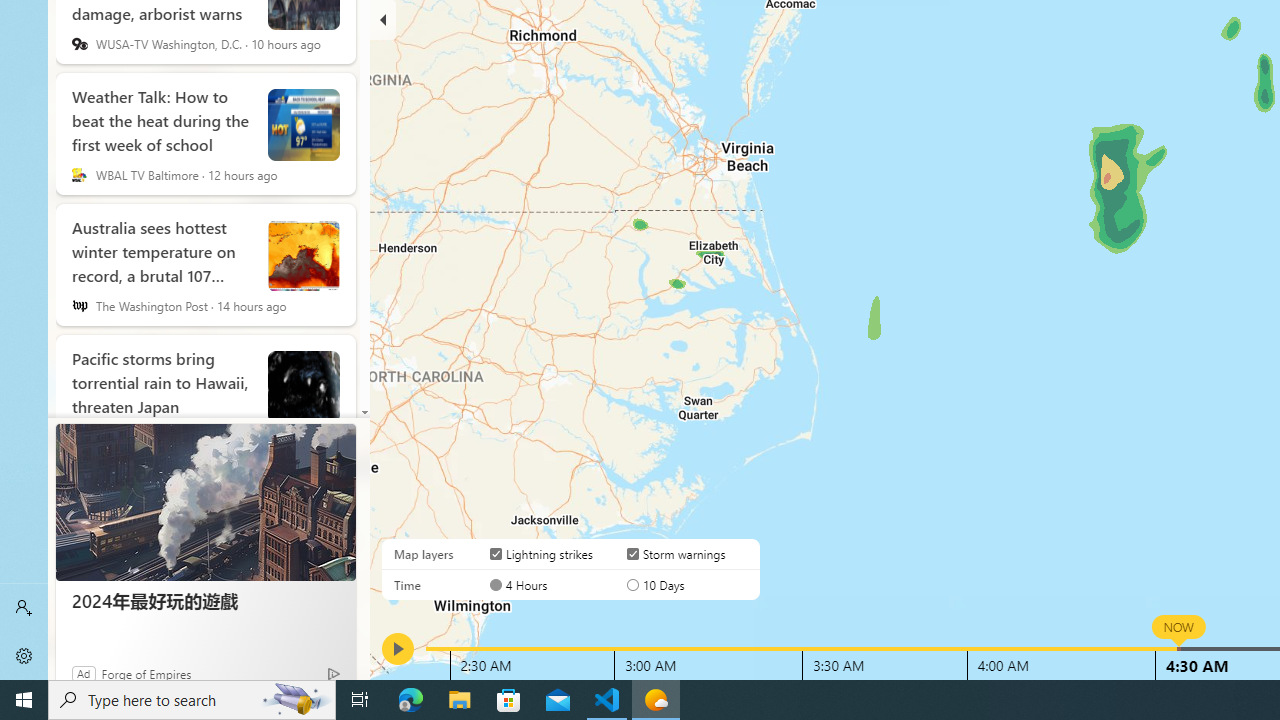 This screenshot has height=720, width=1280. Describe the element at coordinates (24, 607) in the screenshot. I see `'Sign in'` at that location.